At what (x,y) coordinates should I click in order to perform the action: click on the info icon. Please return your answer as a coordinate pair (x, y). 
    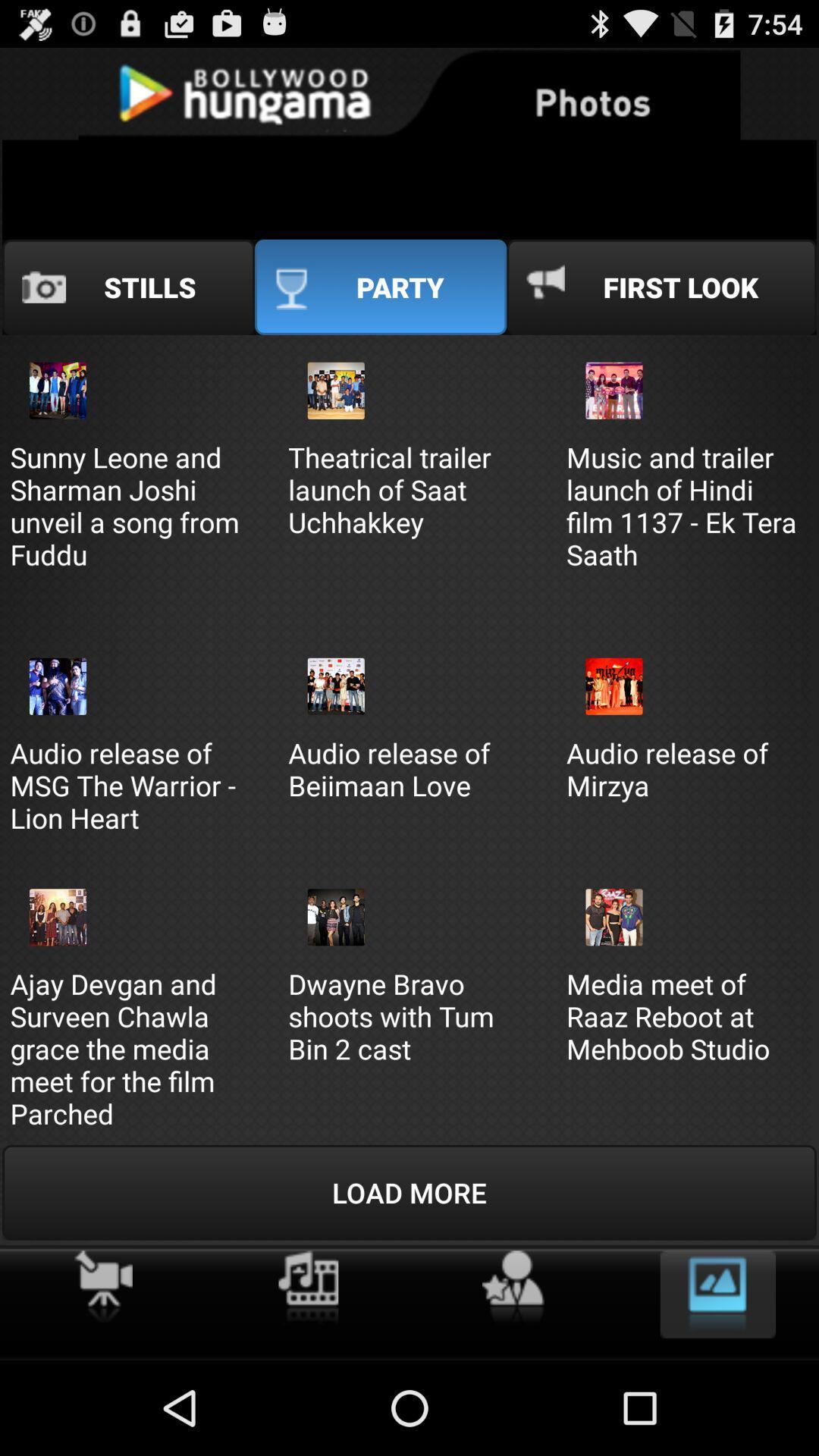
    Looking at the image, I should click on (307, 1378).